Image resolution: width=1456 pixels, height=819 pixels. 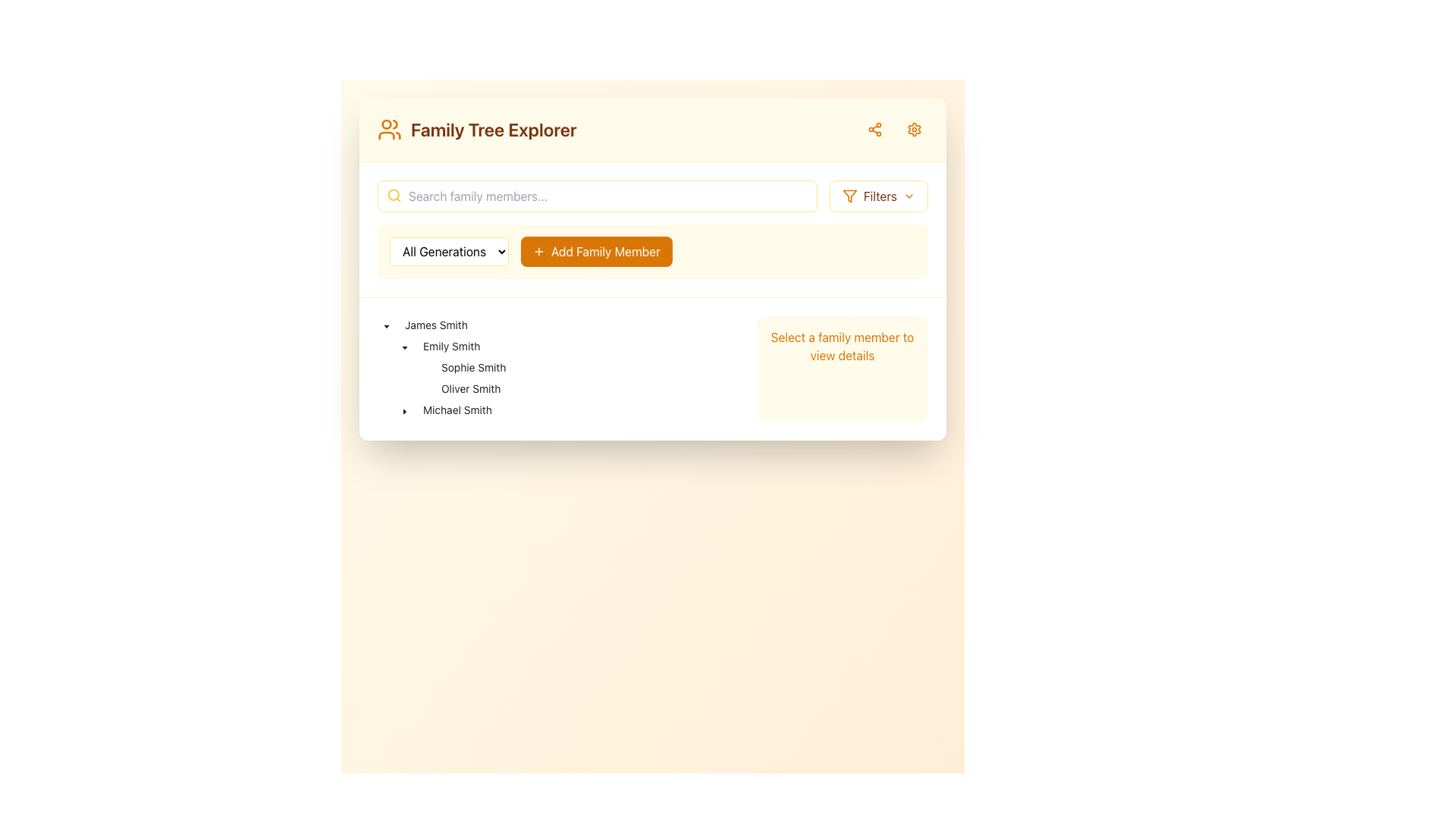 I want to click on the downwards-pointing caret icon of the Tree node toggle for 'James Smith', so click(x=386, y=324).